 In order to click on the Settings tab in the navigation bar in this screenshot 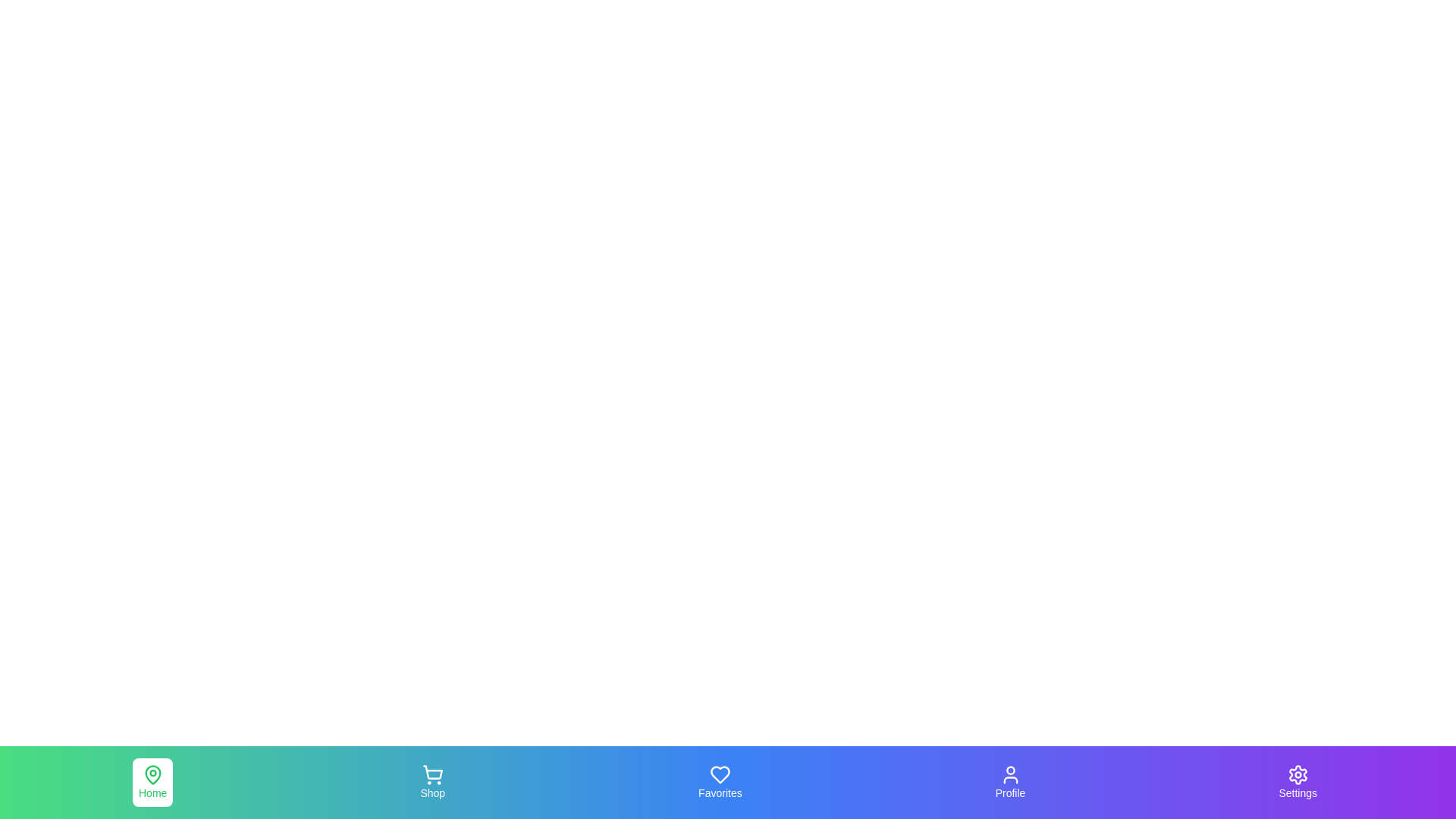, I will do `click(1297, 783)`.